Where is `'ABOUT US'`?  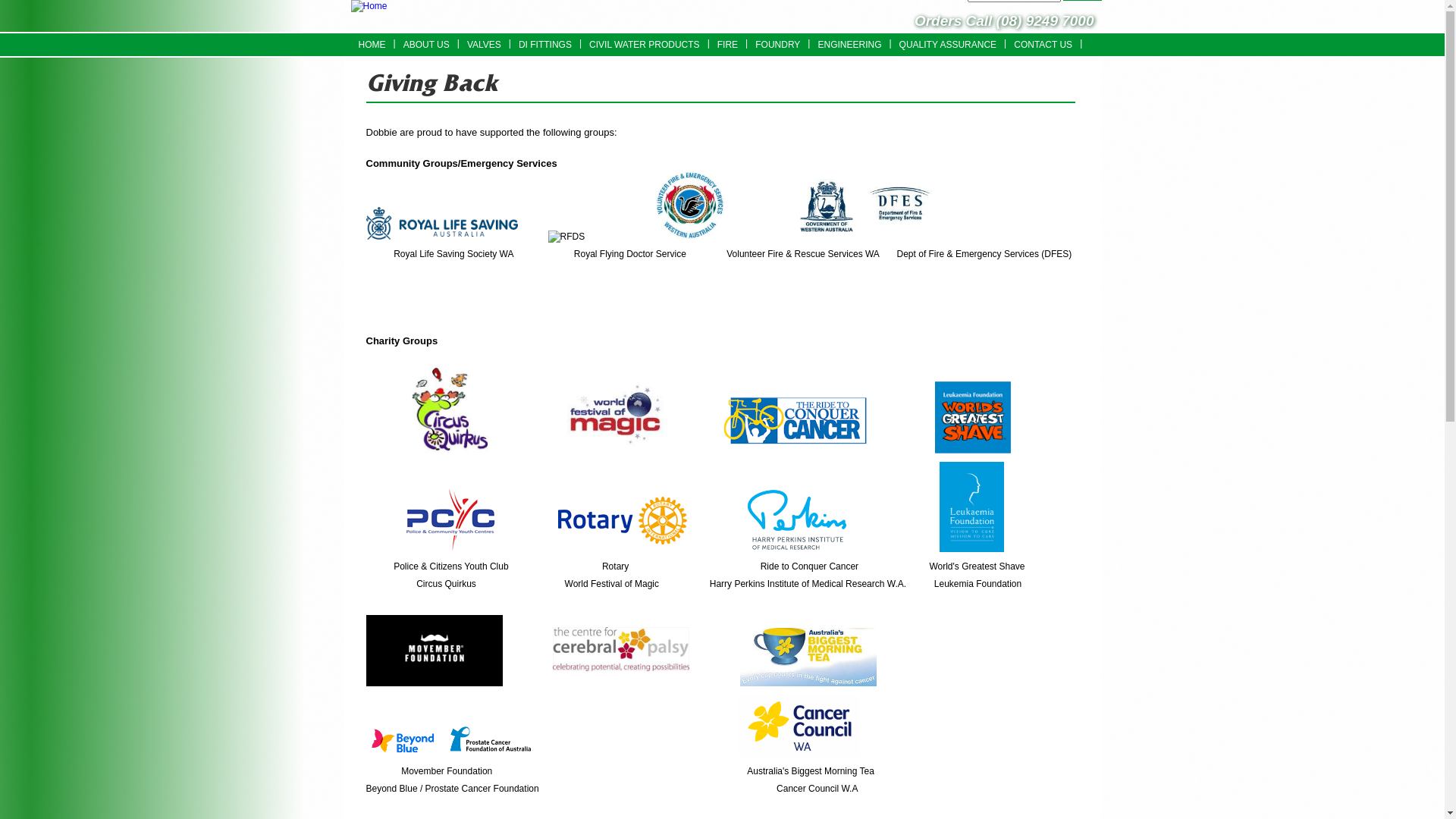 'ABOUT US' is located at coordinates (425, 44).